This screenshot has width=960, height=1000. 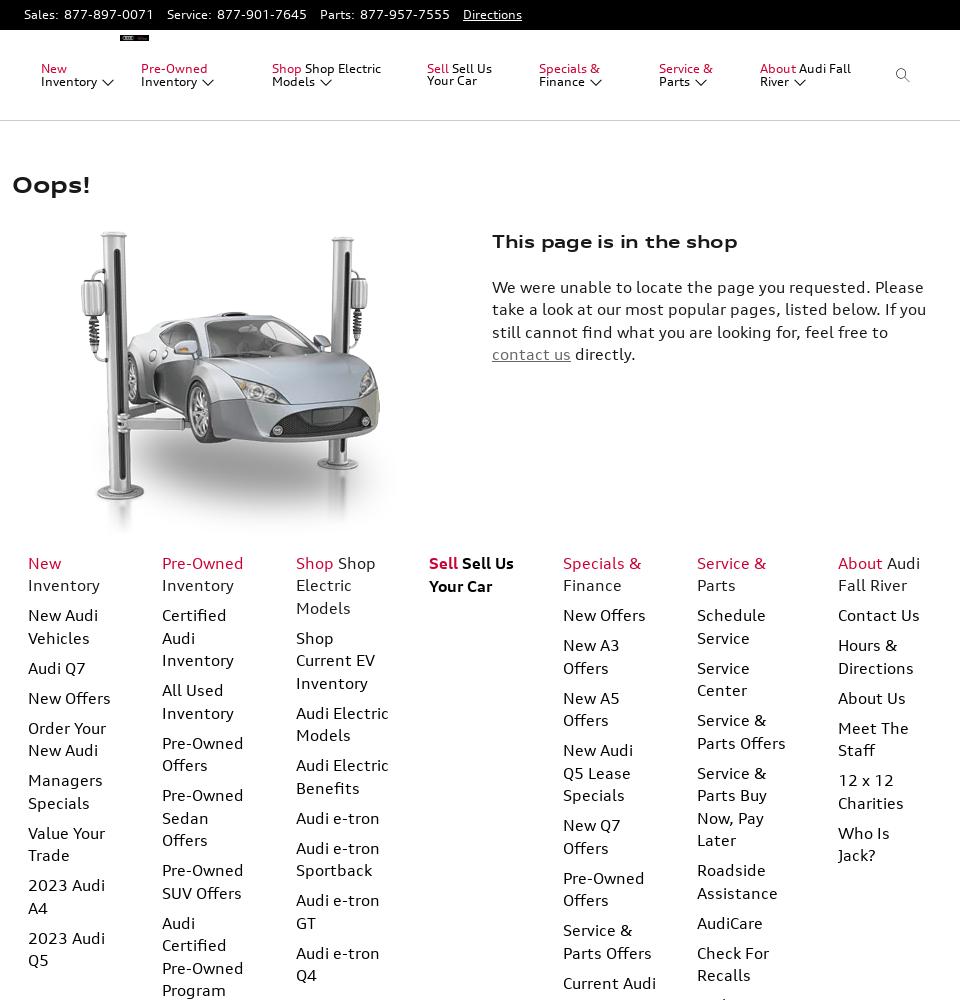 What do you see at coordinates (341, 722) in the screenshot?
I see `'Audi Electric Models'` at bounding box center [341, 722].